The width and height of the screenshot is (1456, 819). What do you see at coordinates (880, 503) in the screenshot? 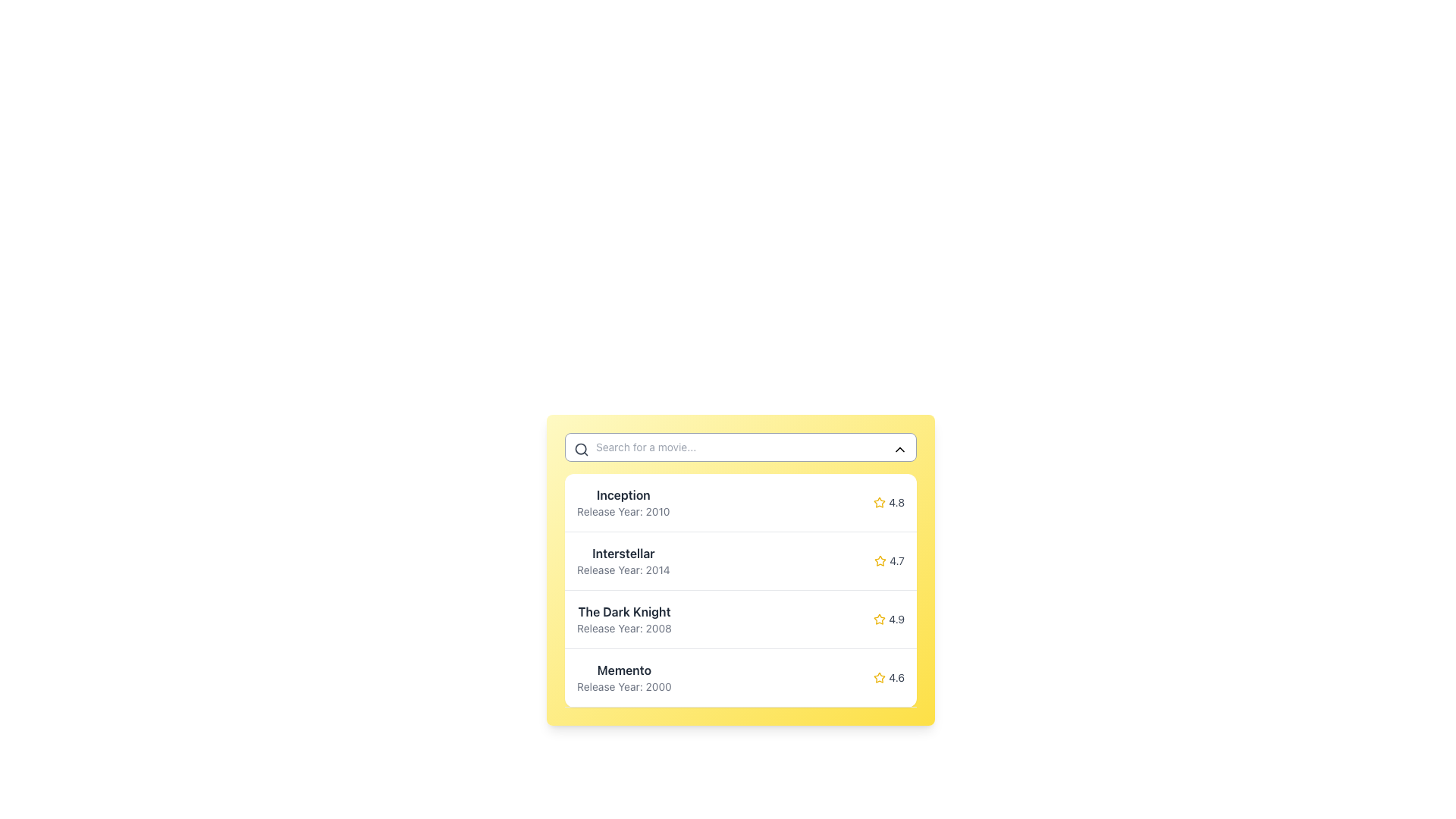
I see `the movie rating icon for 'Inception' which visually indicates a score of '4.8' and is located near the text 'Inception'` at bounding box center [880, 503].